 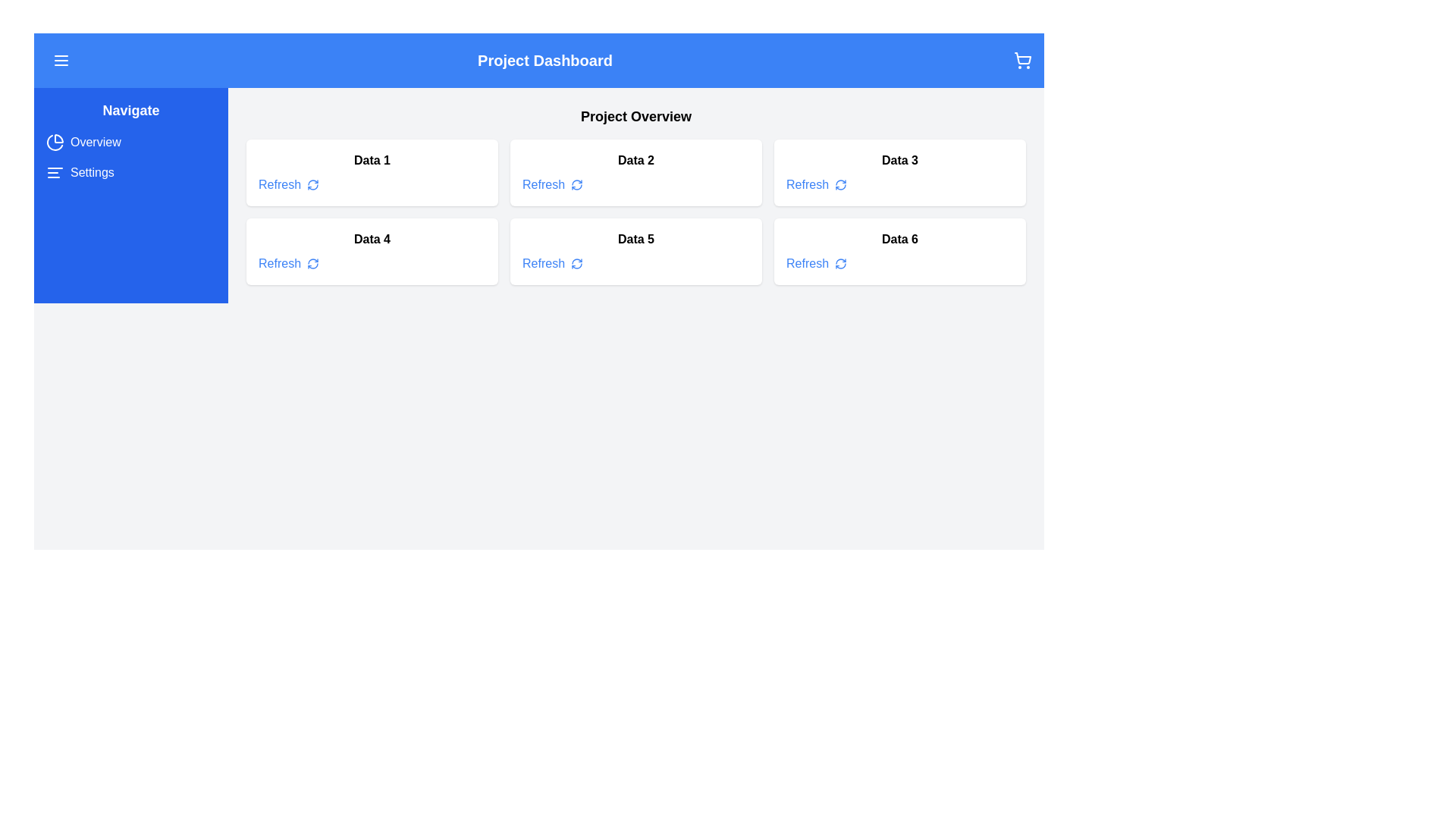 What do you see at coordinates (636, 239) in the screenshot?
I see `the 'Data 5' text label, which is bold and located in the lower-middle card of the dashboard grid` at bounding box center [636, 239].